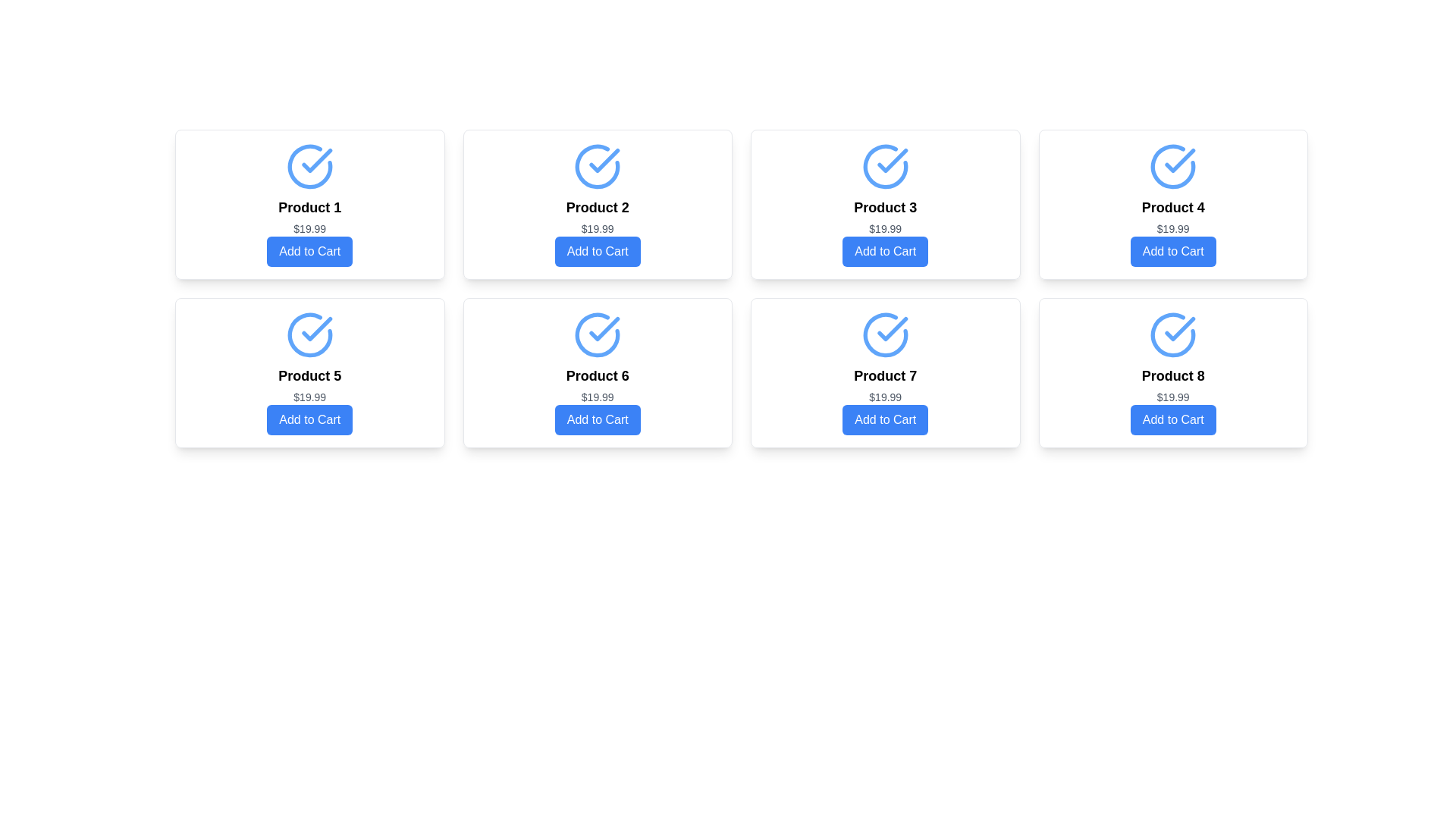 The image size is (1456, 819). Describe the element at coordinates (597, 228) in the screenshot. I see `the static text label displaying the price '$19.99' located beneath the title 'Product 2' and above the 'Add to Cart' button in the second card of the first row` at that location.